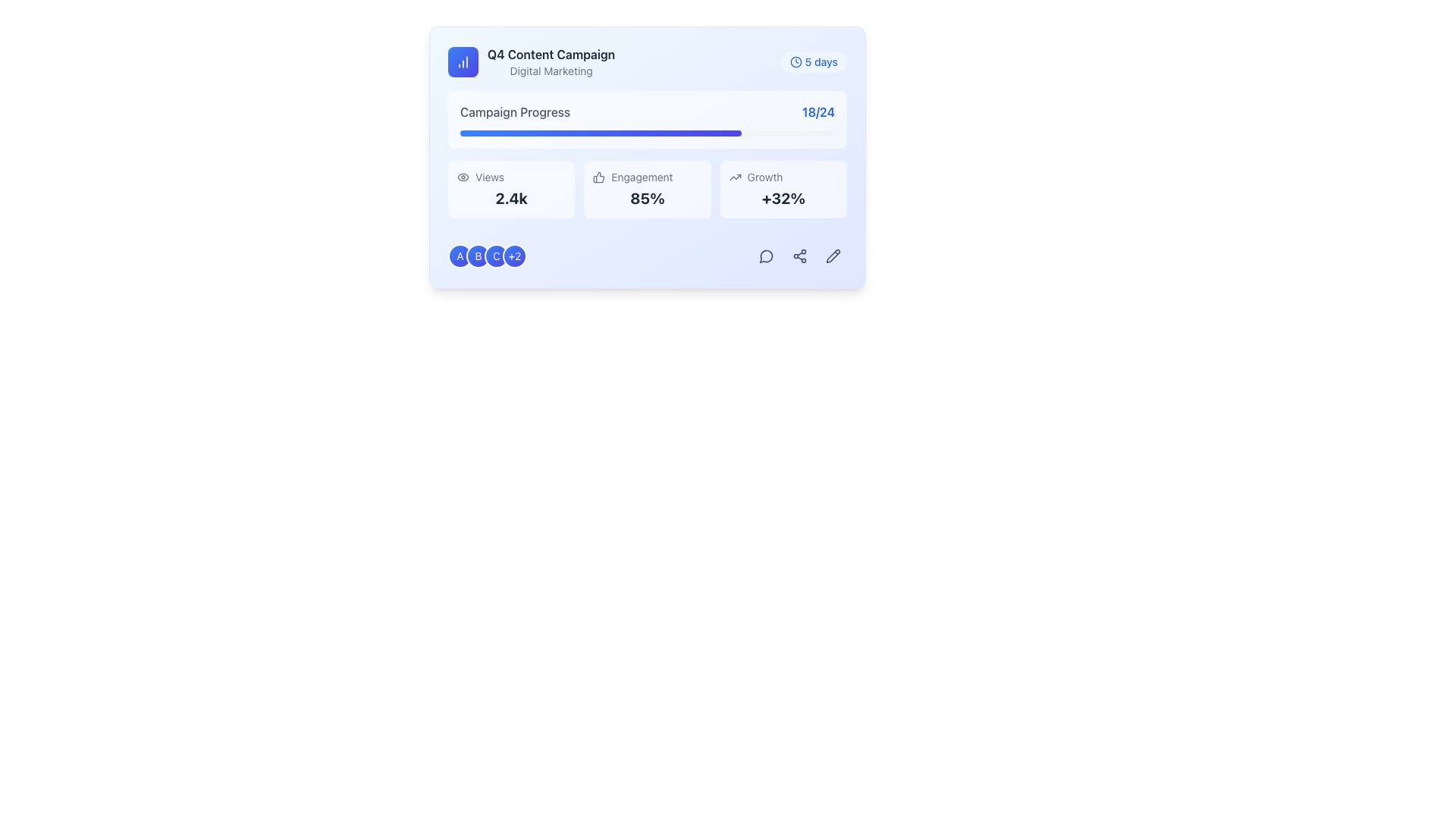 Image resolution: width=1456 pixels, height=819 pixels. I want to click on the progress bar indicating 75% completion, located below the 'Campaign Progress 18/24' label in the dashboard layout, so click(648, 133).